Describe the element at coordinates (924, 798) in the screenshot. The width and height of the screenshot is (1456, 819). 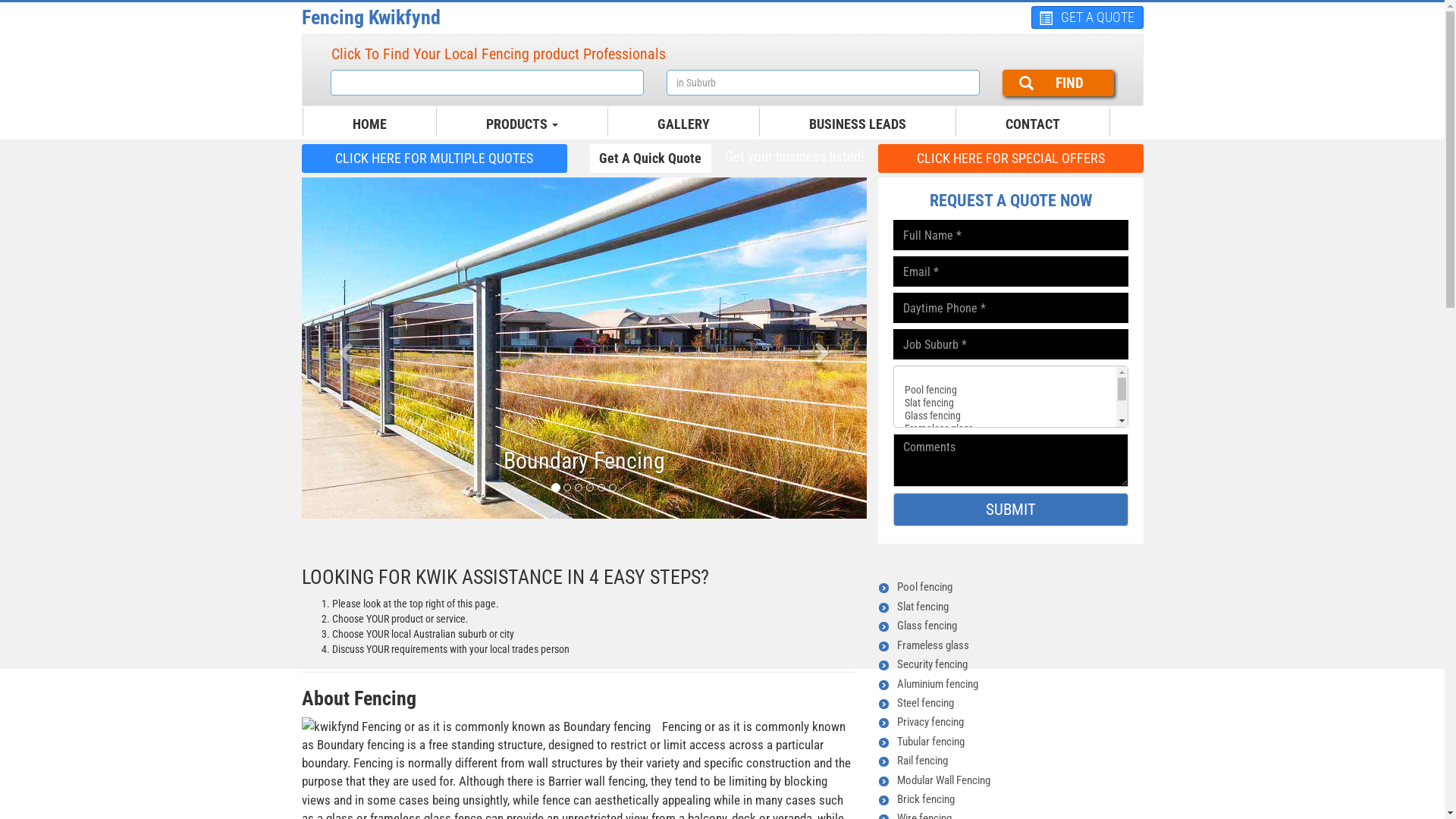
I see `'Brick fencing'` at that location.